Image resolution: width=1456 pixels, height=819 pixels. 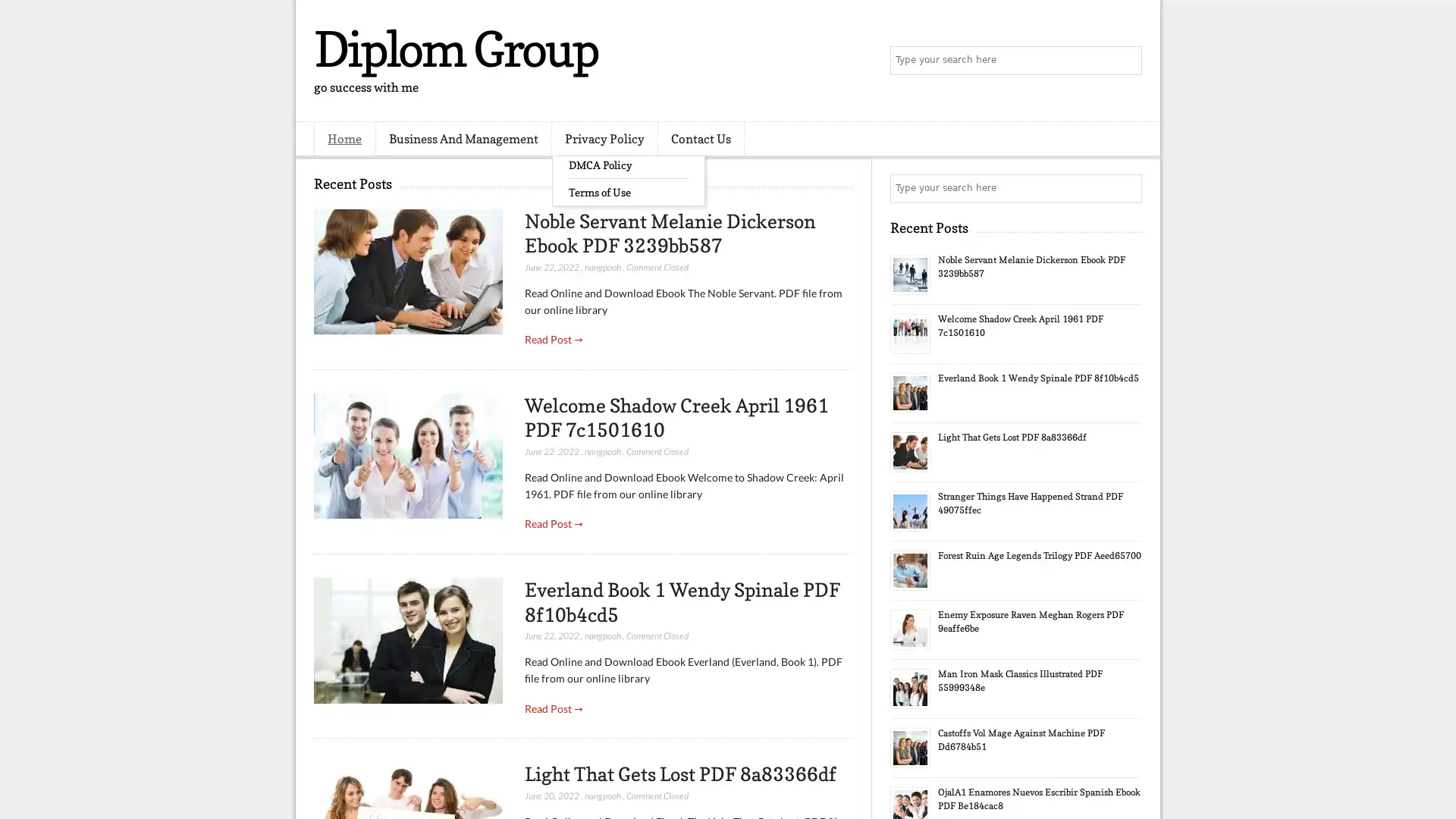 I want to click on Search, so click(x=1126, y=61).